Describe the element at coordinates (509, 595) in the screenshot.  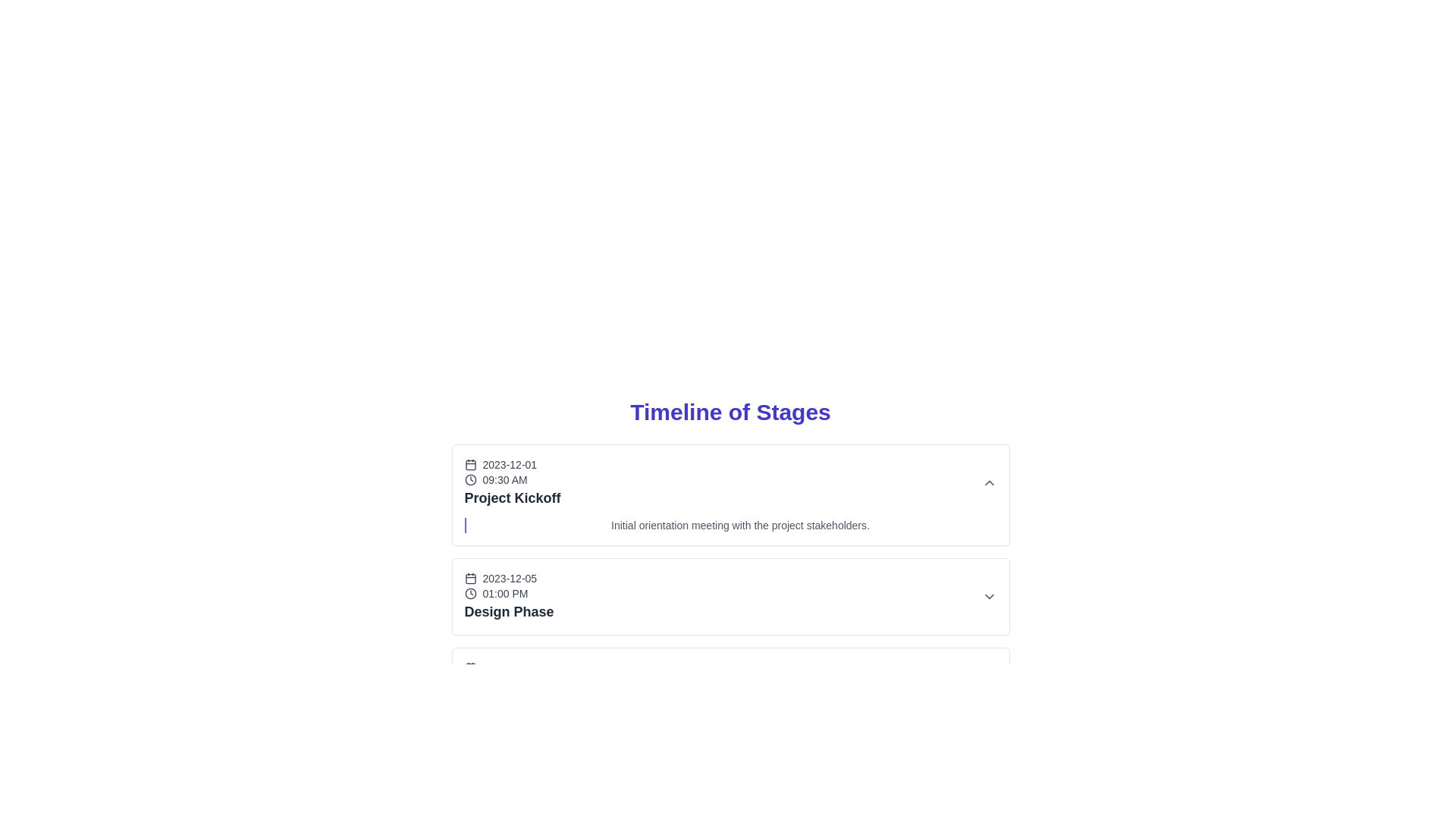
I see `the 'Design Phase' timeline item located below the 'Project Kickoff' entry, identified by the date '2023-12-05' and time '01:00 PM'` at that location.